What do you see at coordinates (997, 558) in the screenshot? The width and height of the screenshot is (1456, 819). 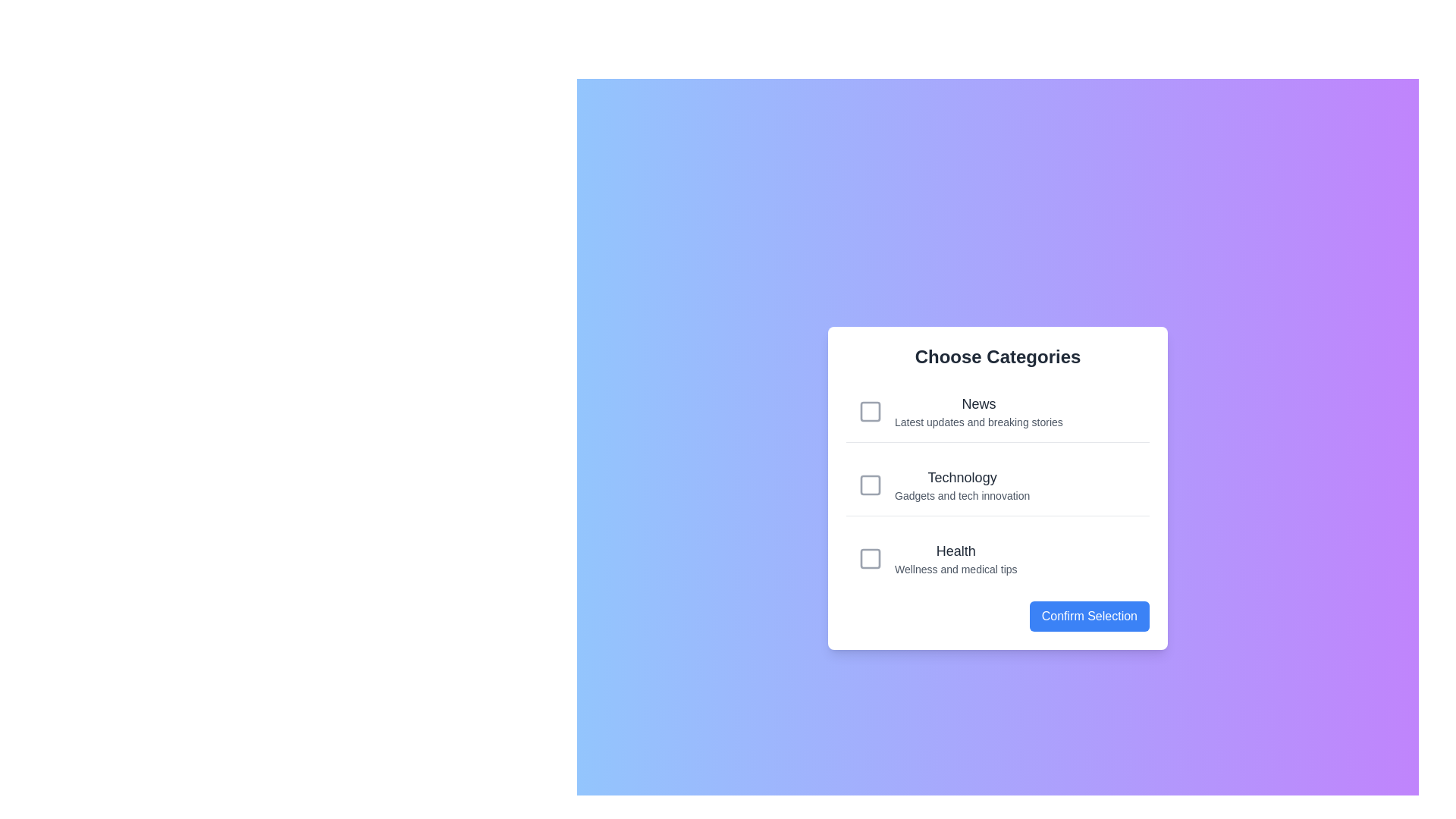 I see `the category Health to toggle its selection state` at bounding box center [997, 558].